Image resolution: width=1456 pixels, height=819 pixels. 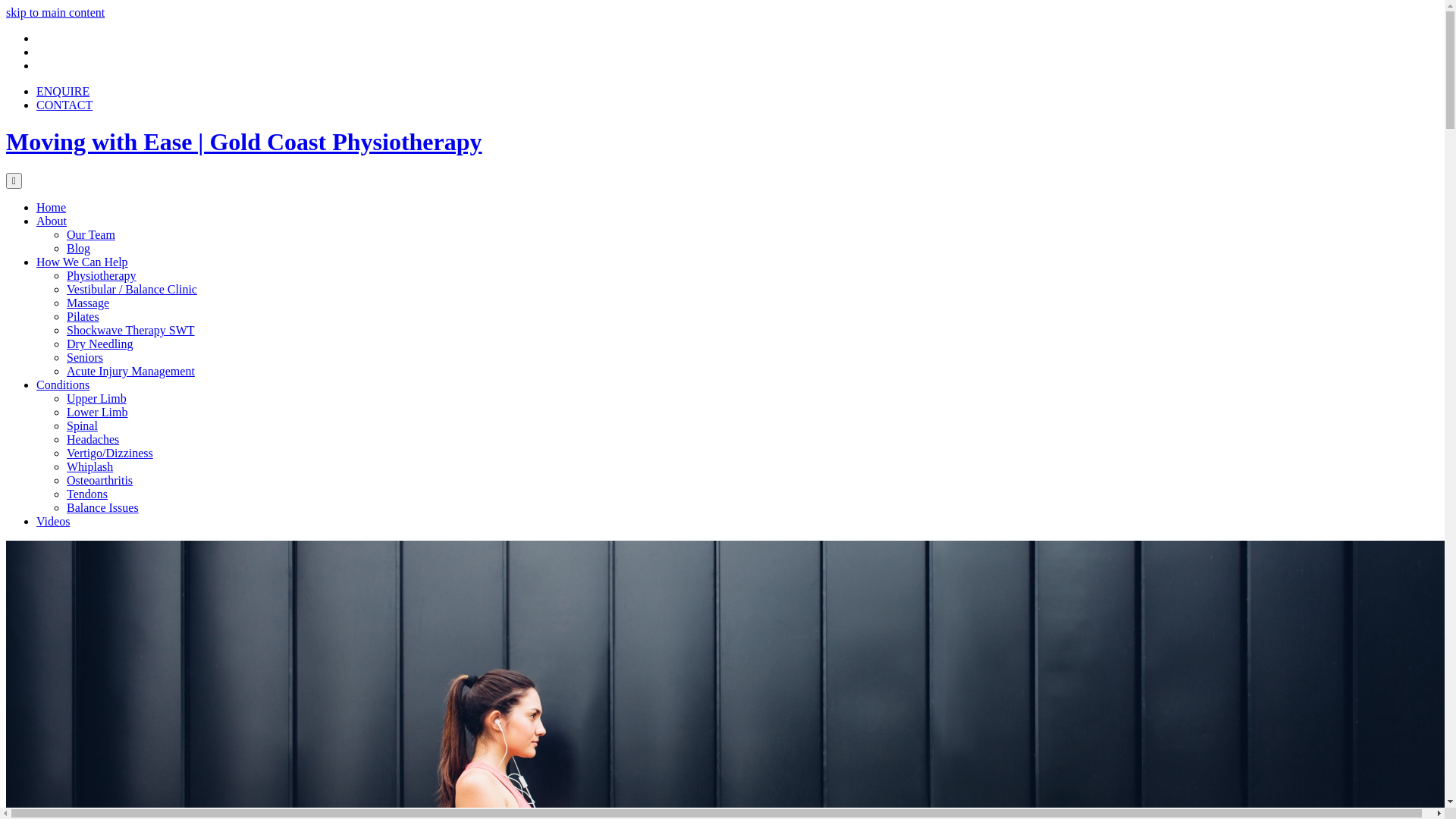 I want to click on 'Osteoarthritis', so click(x=99, y=480).